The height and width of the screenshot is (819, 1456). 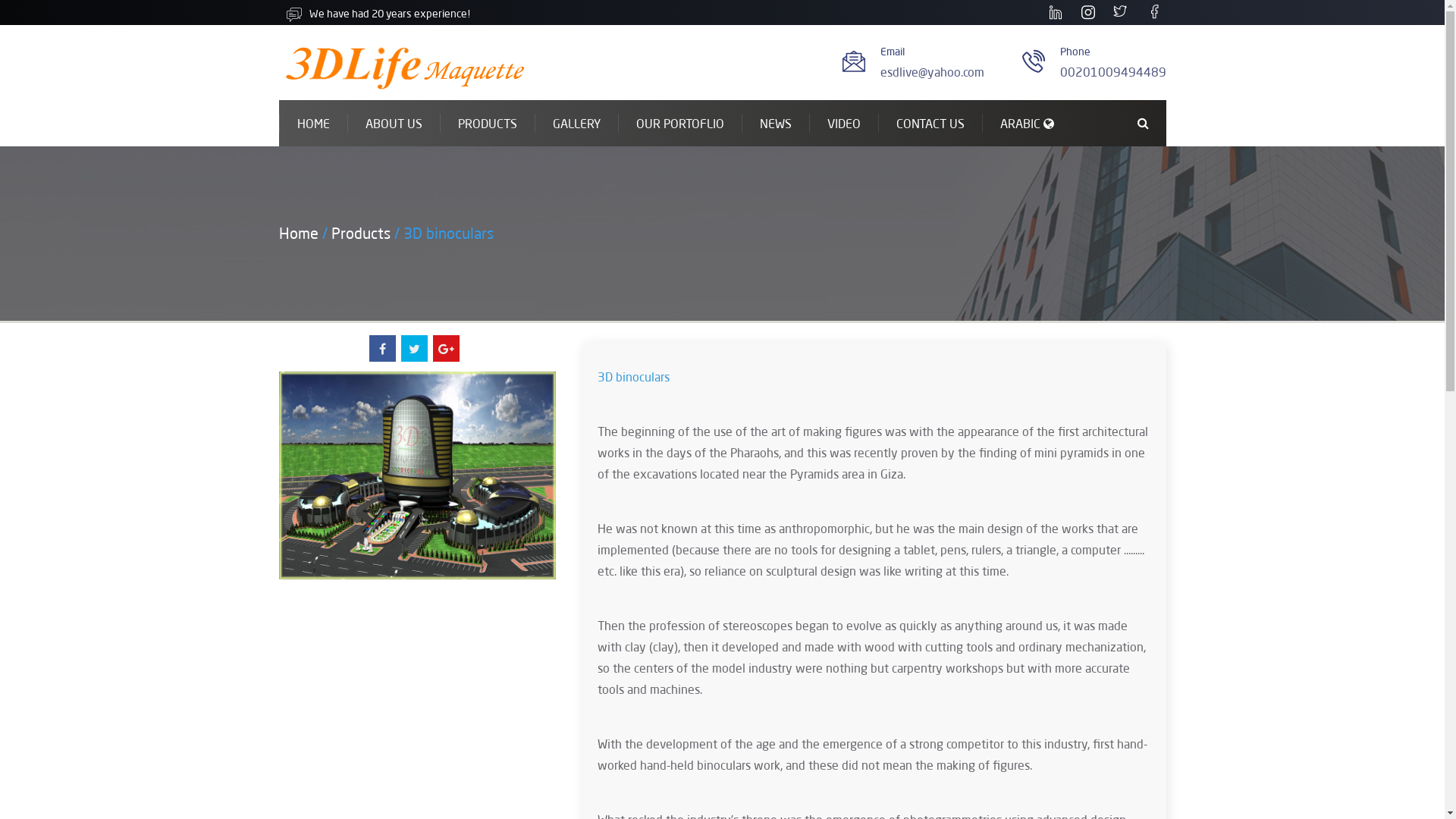 I want to click on 'Products', so click(x=359, y=233).